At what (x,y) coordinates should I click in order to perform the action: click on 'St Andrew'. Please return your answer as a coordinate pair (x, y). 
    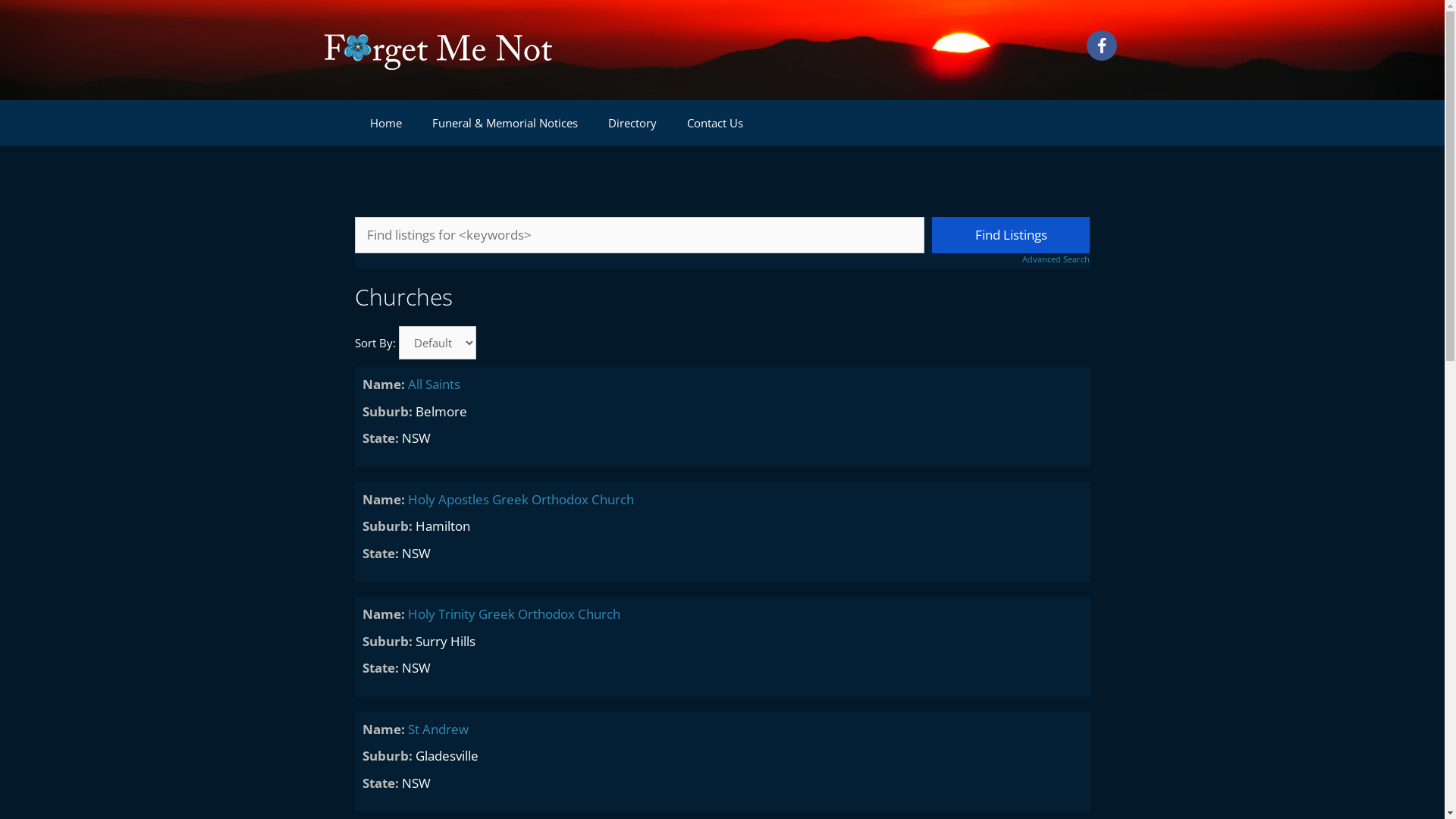
    Looking at the image, I should click on (437, 728).